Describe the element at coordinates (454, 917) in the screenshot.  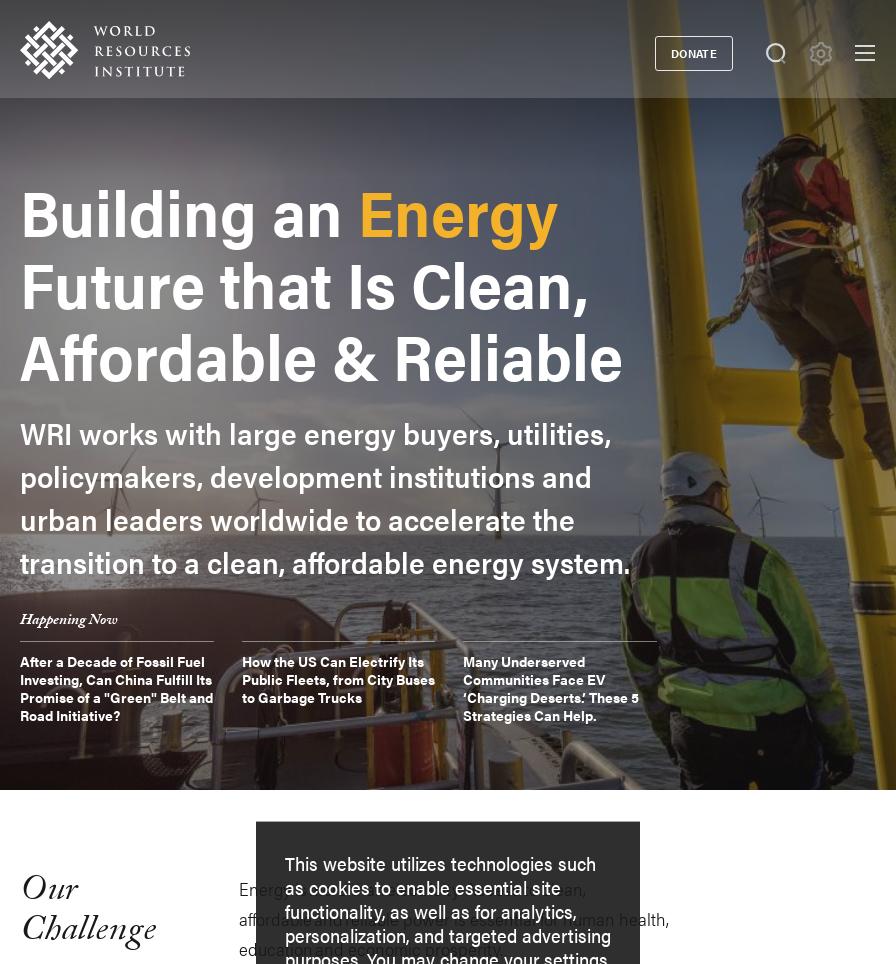
I see `'Energy is more than electricity. Access to clean, affordable and reliable power is essential for human health, education and economic prosperity.'` at that location.